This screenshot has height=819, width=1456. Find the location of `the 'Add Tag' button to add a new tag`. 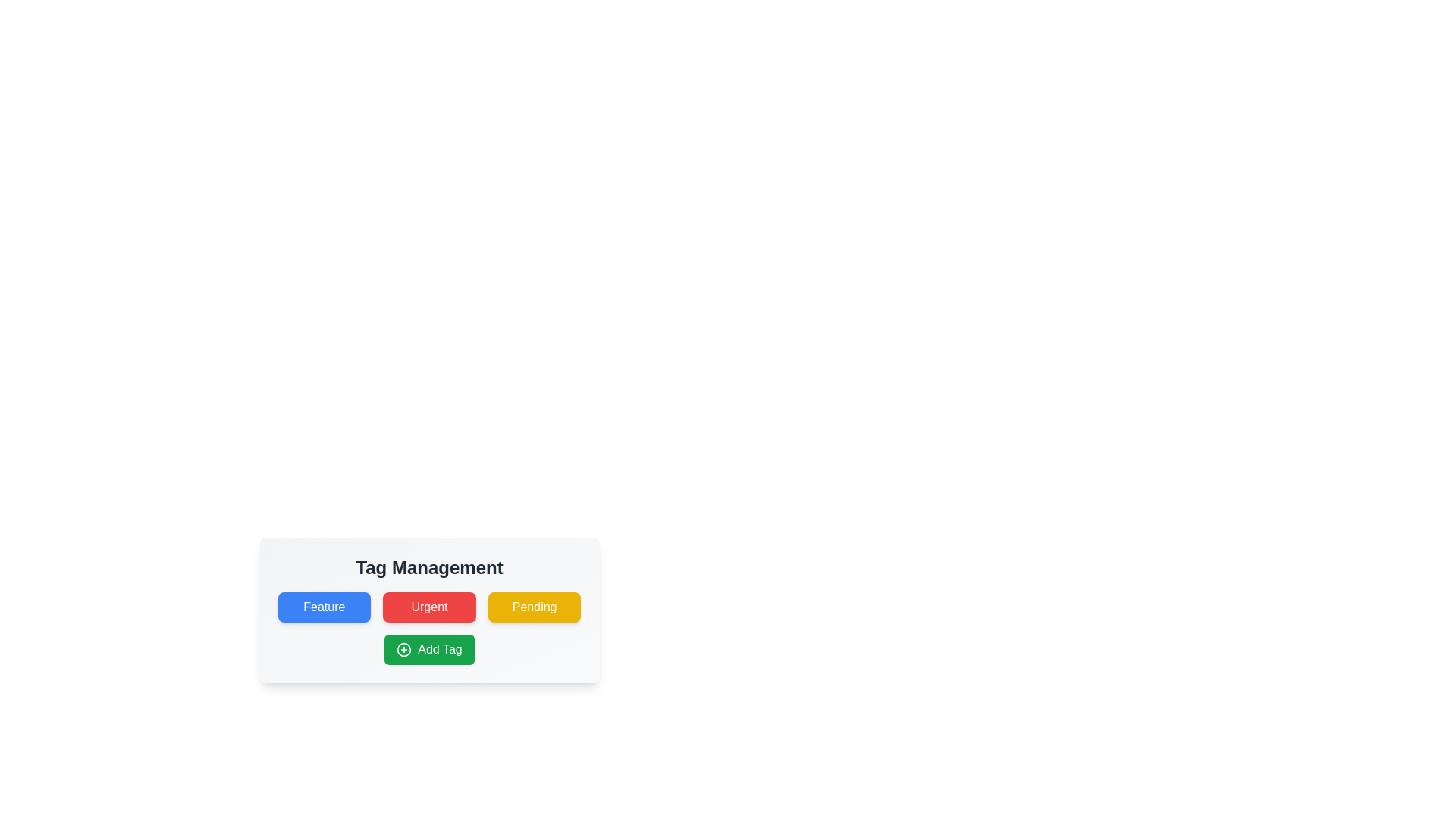

the 'Add Tag' button to add a new tag is located at coordinates (428, 648).